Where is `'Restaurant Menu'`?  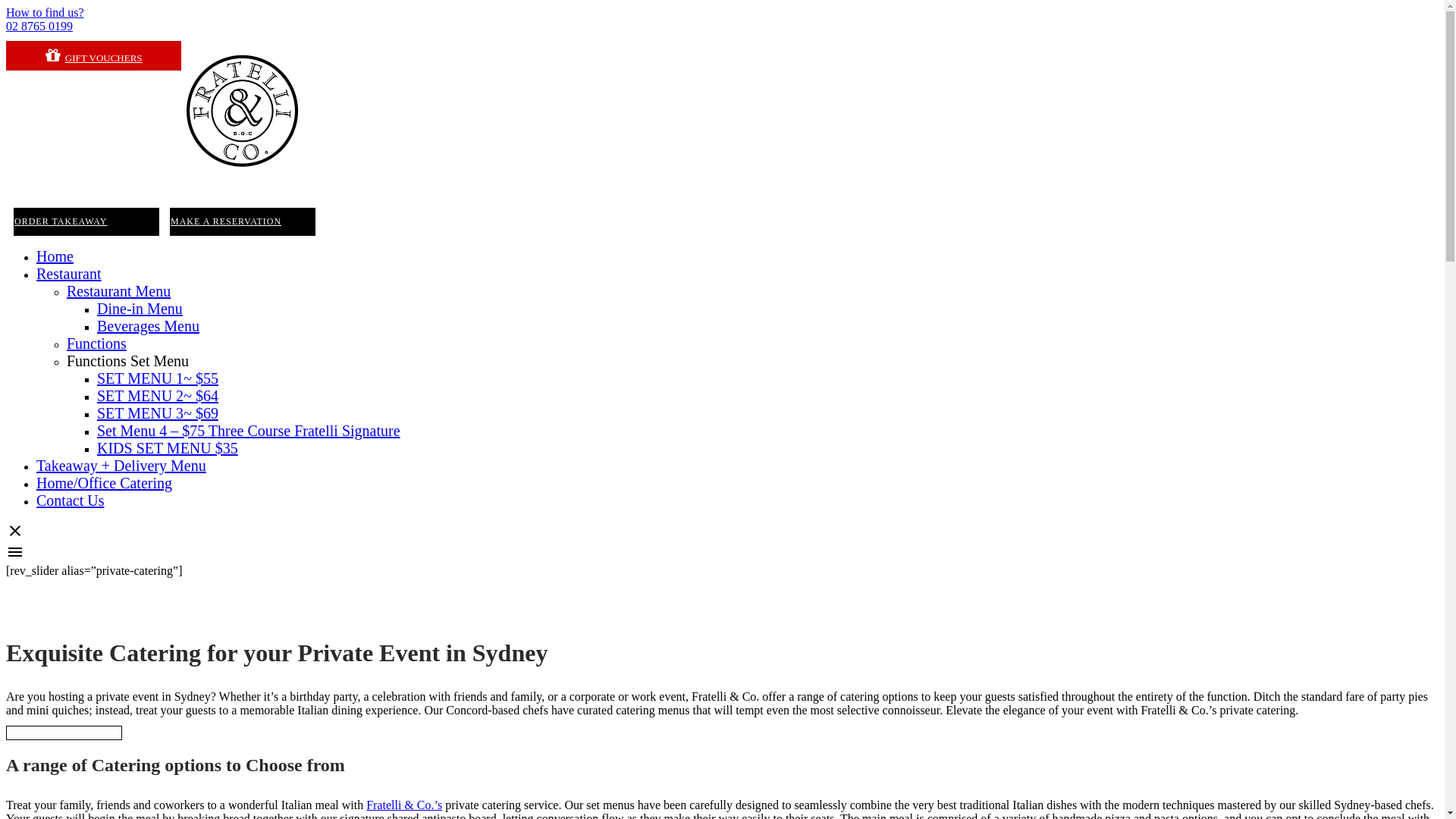
'Restaurant Menu' is located at coordinates (118, 291).